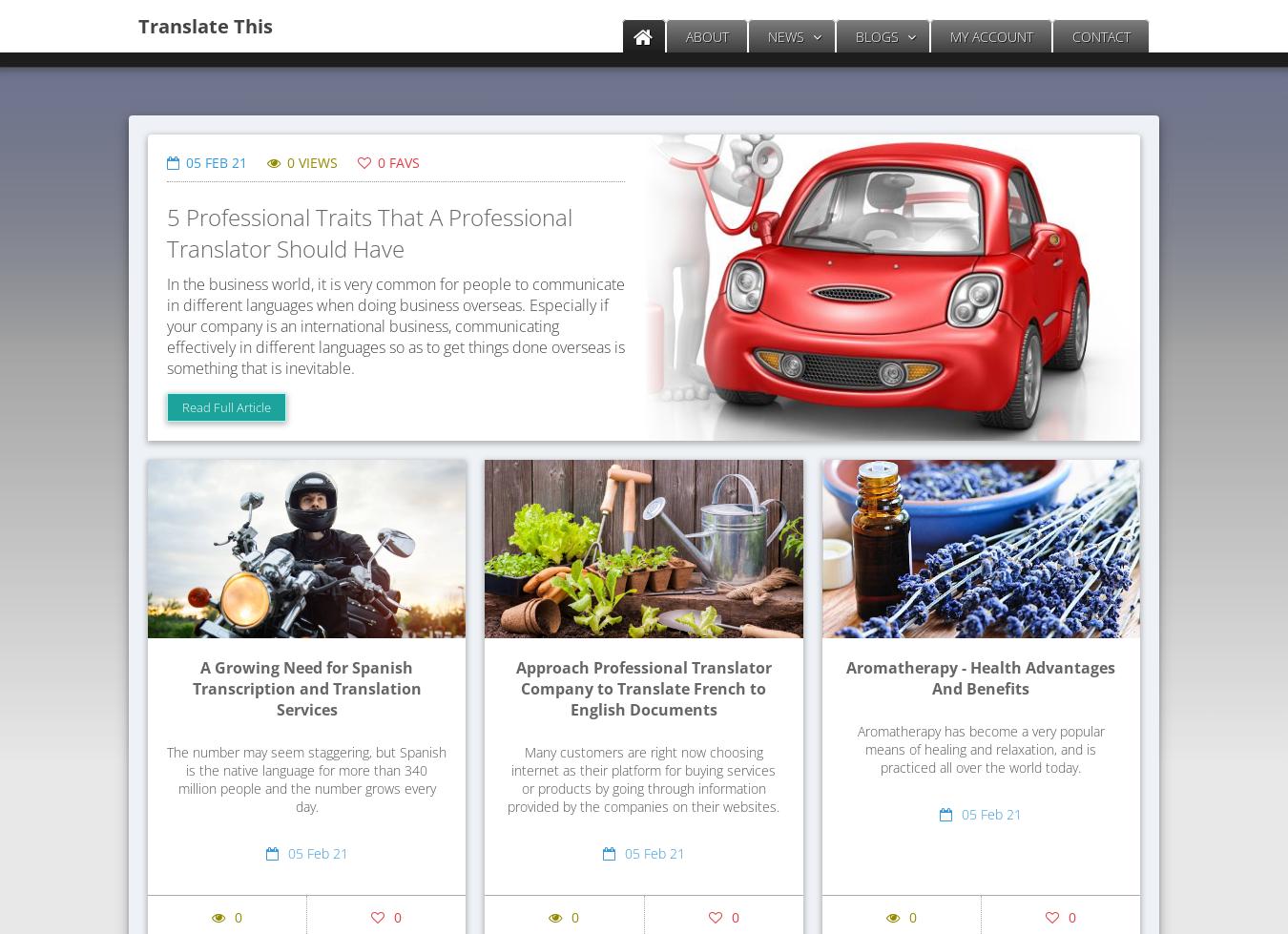  Describe the element at coordinates (286, 162) in the screenshot. I see `'0 VIEWS'` at that location.